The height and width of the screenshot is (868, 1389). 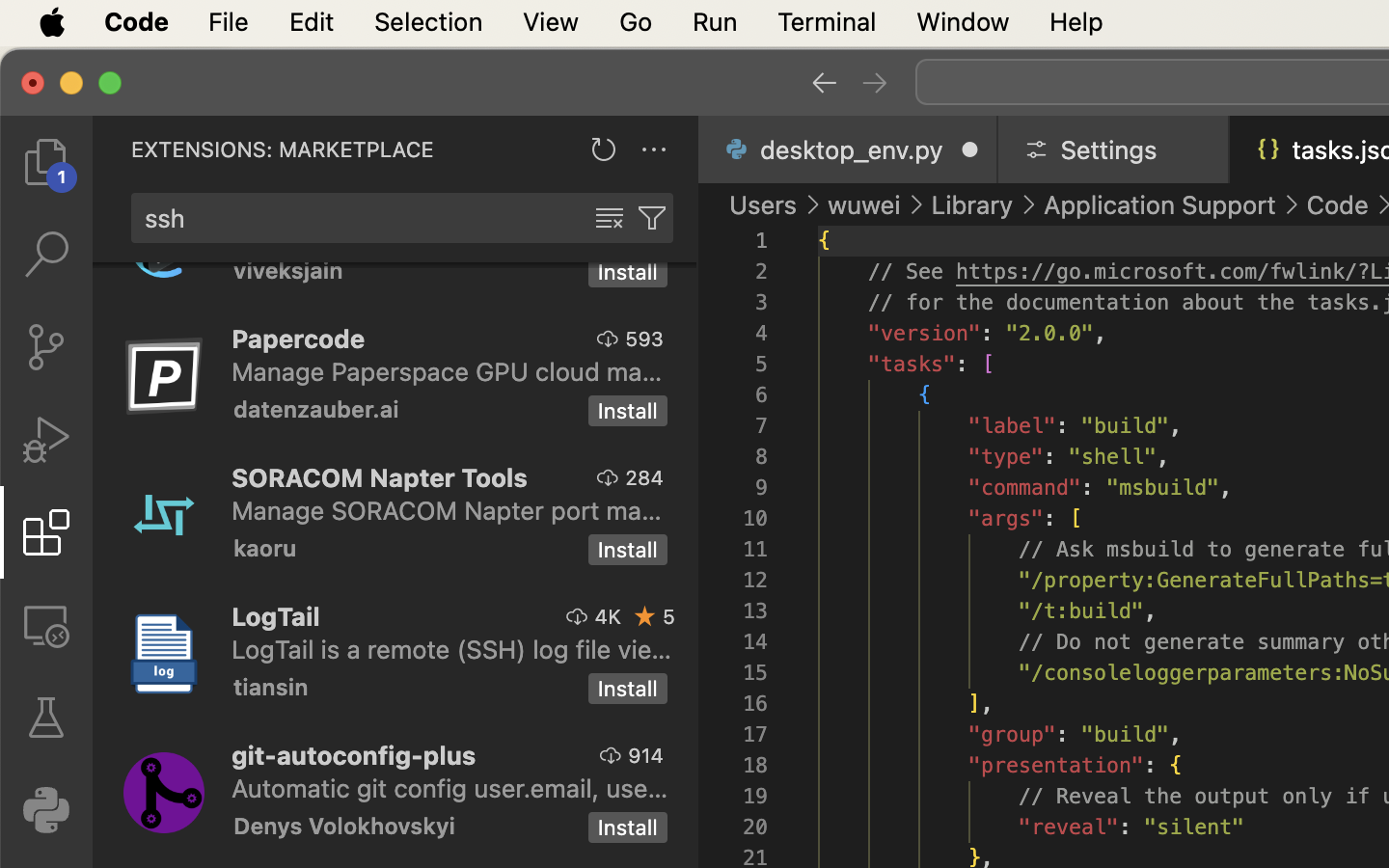 What do you see at coordinates (44, 347) in the screenshot?
I see `'0 '` at bounding box center [44, 347].